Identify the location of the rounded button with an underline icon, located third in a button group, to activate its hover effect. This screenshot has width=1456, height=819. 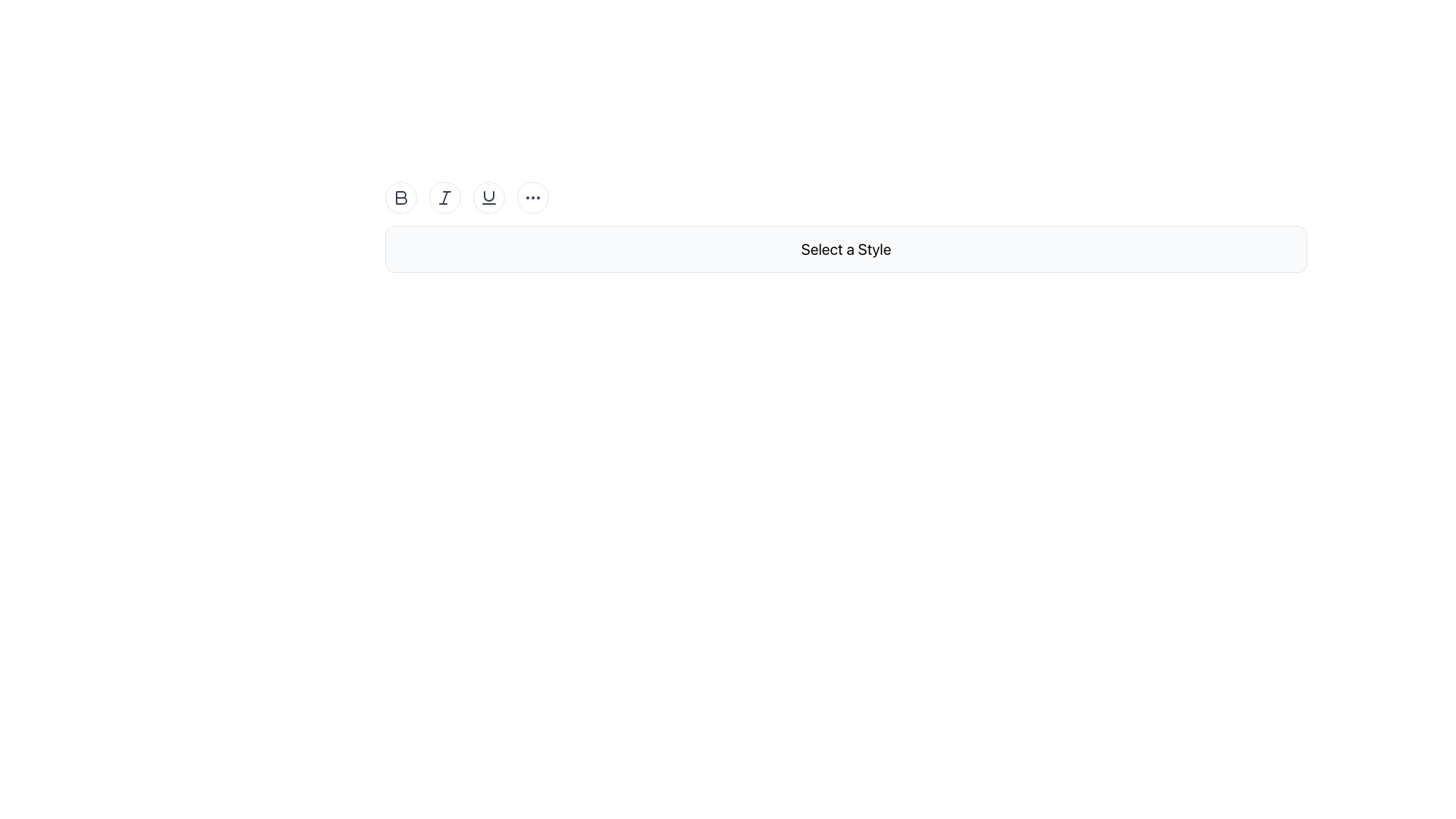
(488, 197).